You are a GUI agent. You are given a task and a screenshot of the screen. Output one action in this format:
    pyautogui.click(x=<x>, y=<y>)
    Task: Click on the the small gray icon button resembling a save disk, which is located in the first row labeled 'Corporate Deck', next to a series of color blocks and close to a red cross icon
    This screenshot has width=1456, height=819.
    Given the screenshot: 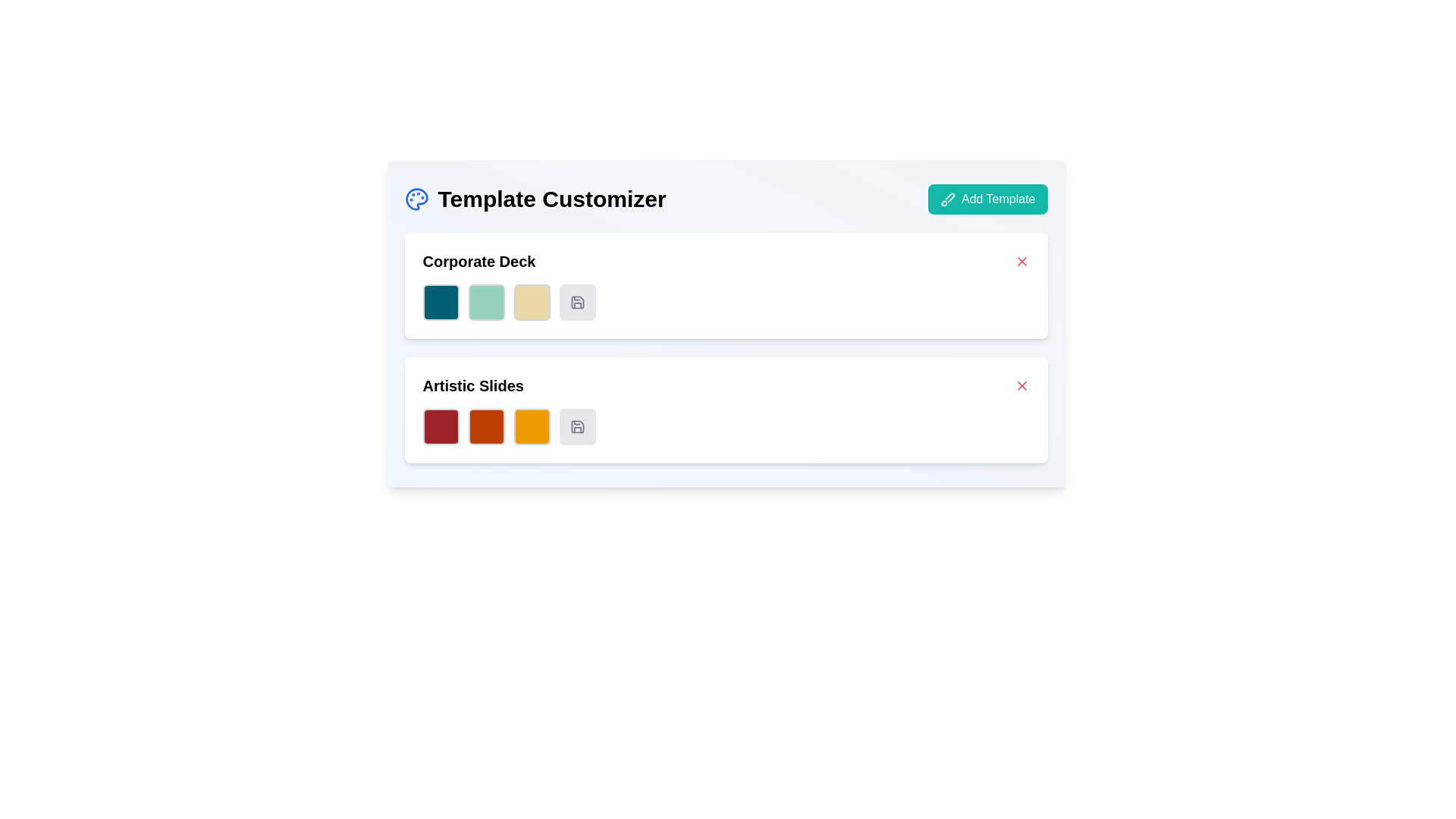 What is the action you would take?
    pyautogui.click(x=576, y=302)
    